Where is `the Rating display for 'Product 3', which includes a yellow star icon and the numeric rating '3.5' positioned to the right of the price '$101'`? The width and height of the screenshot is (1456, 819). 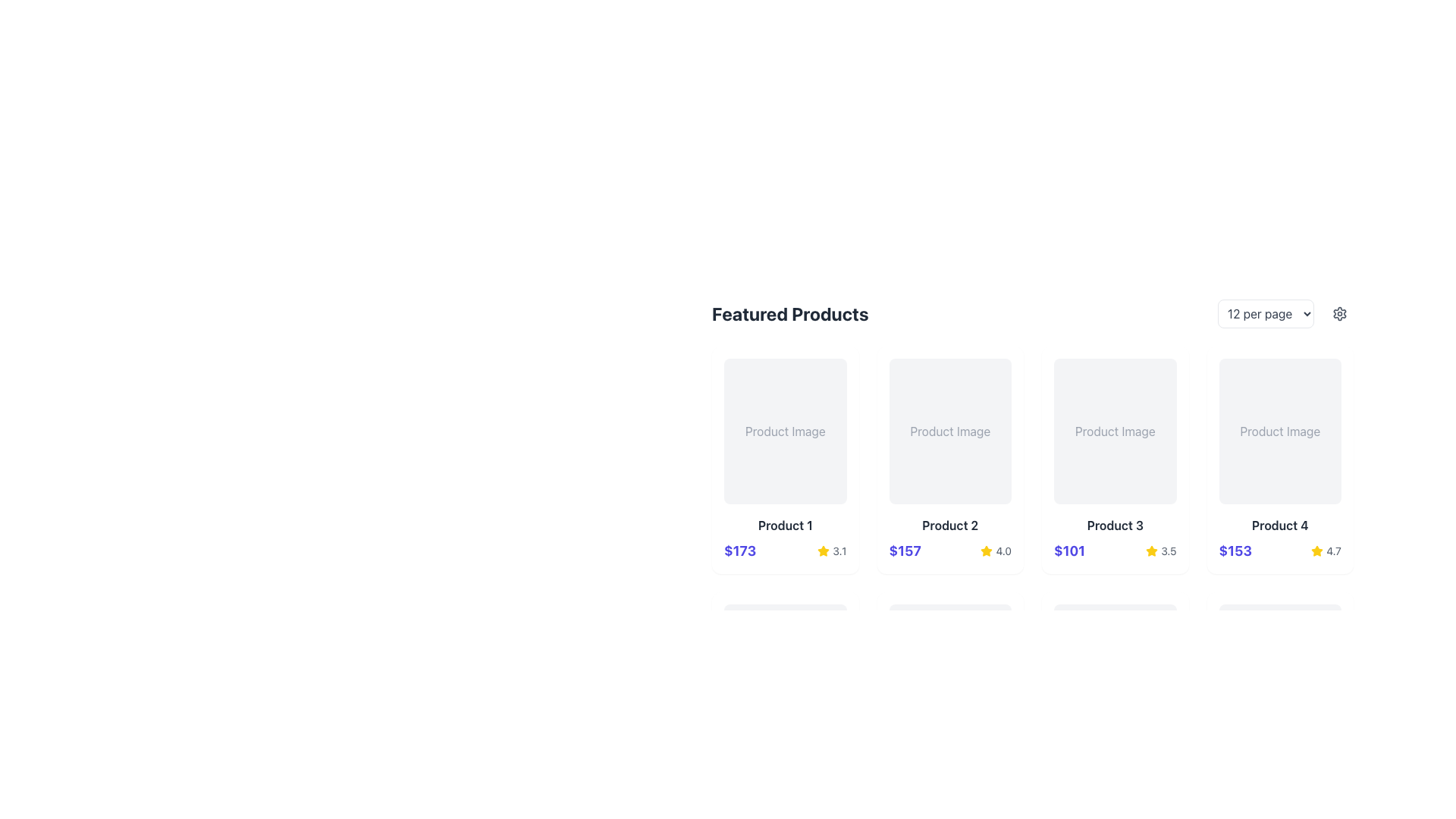 the Rating display for 'Product 3', which includes a yellow star icon and the numeric rating '3.5' positioned to the right of the price '$101' is located at coordinates (1160, 551).